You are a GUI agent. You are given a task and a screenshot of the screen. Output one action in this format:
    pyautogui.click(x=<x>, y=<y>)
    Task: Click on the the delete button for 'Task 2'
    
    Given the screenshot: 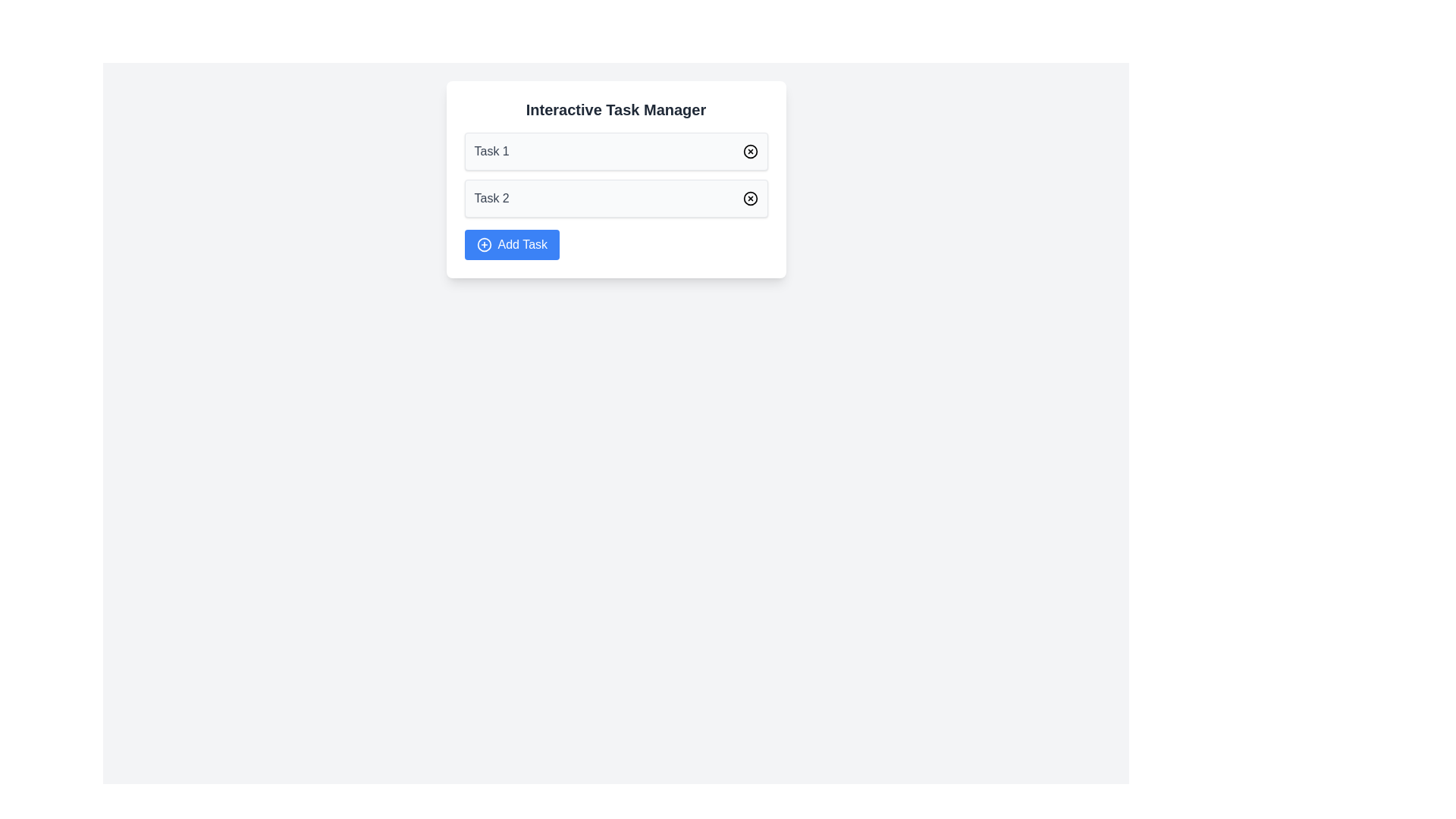 What is the action you would take?
    pyautogui.click(x=750, y=198)
    